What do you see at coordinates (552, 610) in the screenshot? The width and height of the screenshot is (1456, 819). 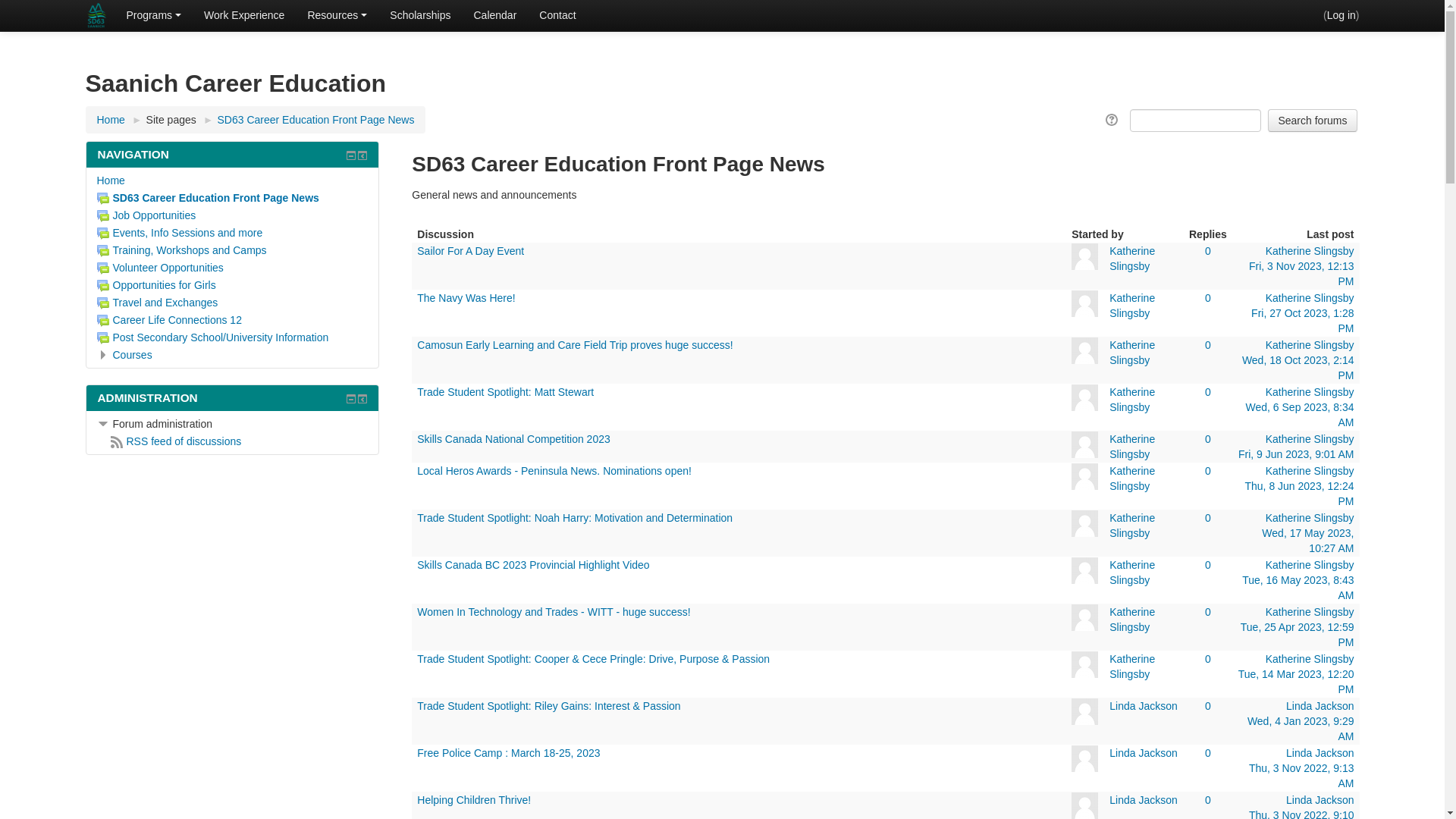 I see `'Women In Technology and Trades - WITT - huge success!'` at bounding box center [552, 610].